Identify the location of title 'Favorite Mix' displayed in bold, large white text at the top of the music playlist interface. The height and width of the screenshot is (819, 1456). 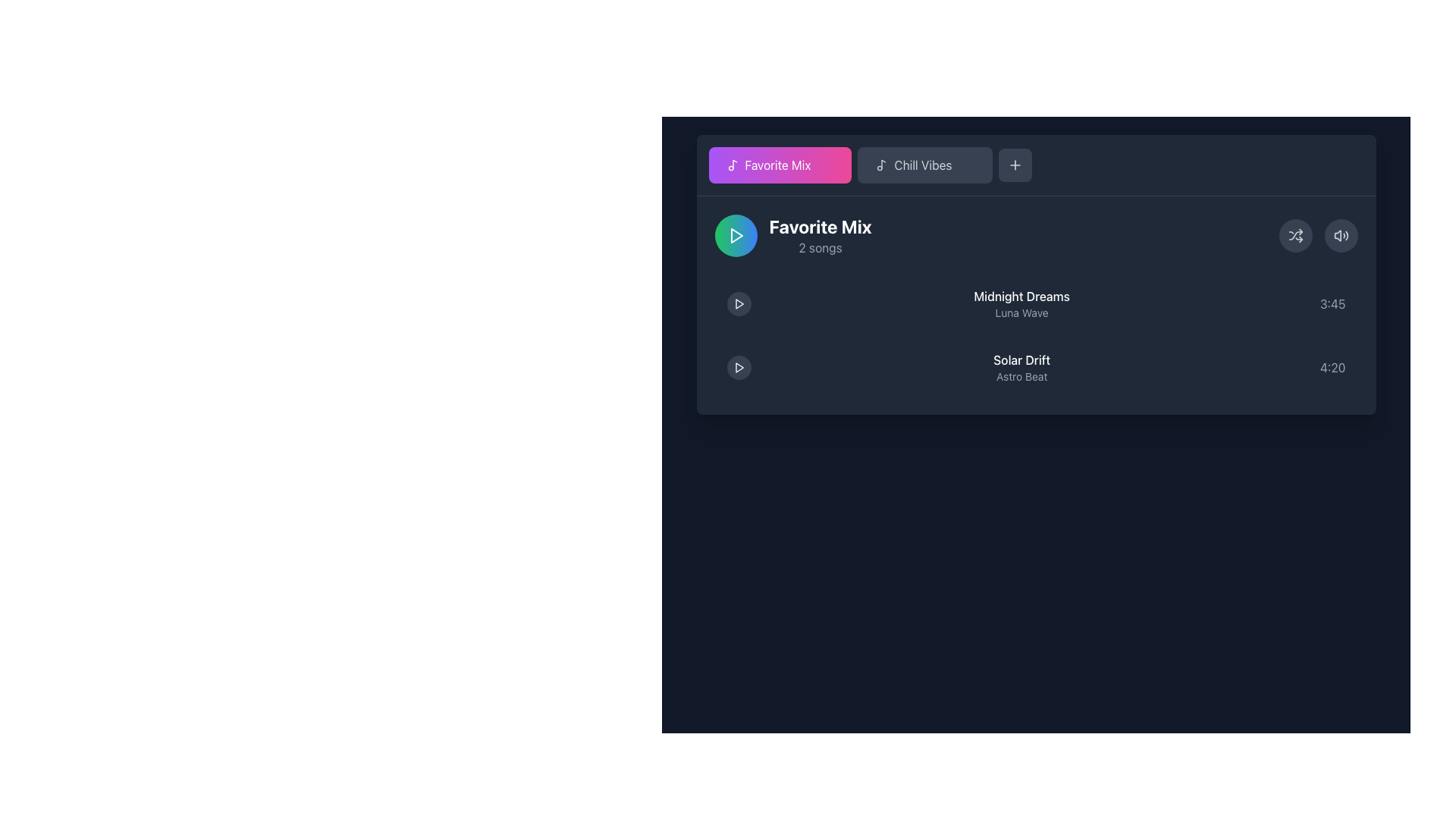
(820, 227).